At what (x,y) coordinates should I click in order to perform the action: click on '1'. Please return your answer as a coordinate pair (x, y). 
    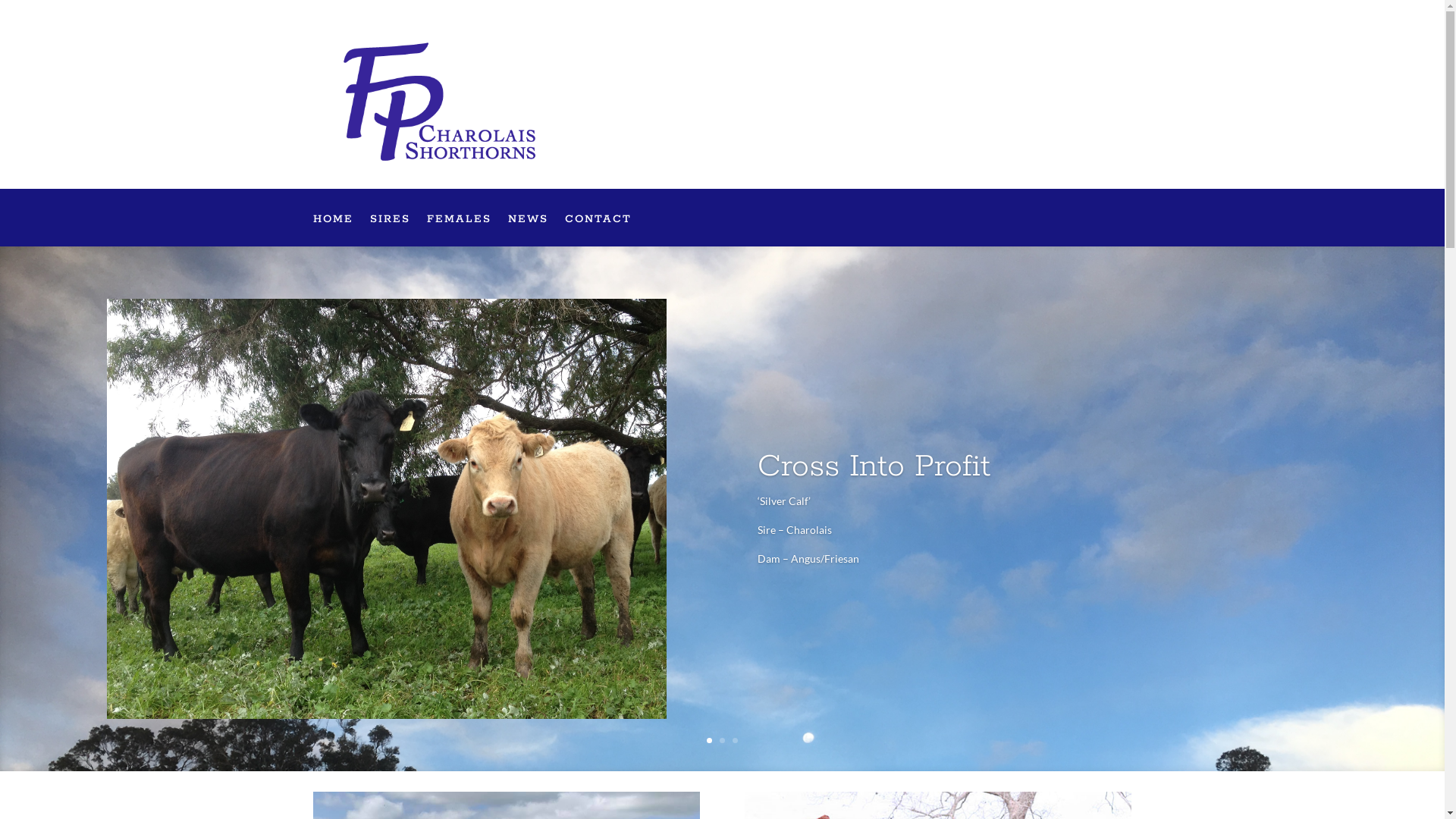
    Looking at the image, I should click on (708, 739).